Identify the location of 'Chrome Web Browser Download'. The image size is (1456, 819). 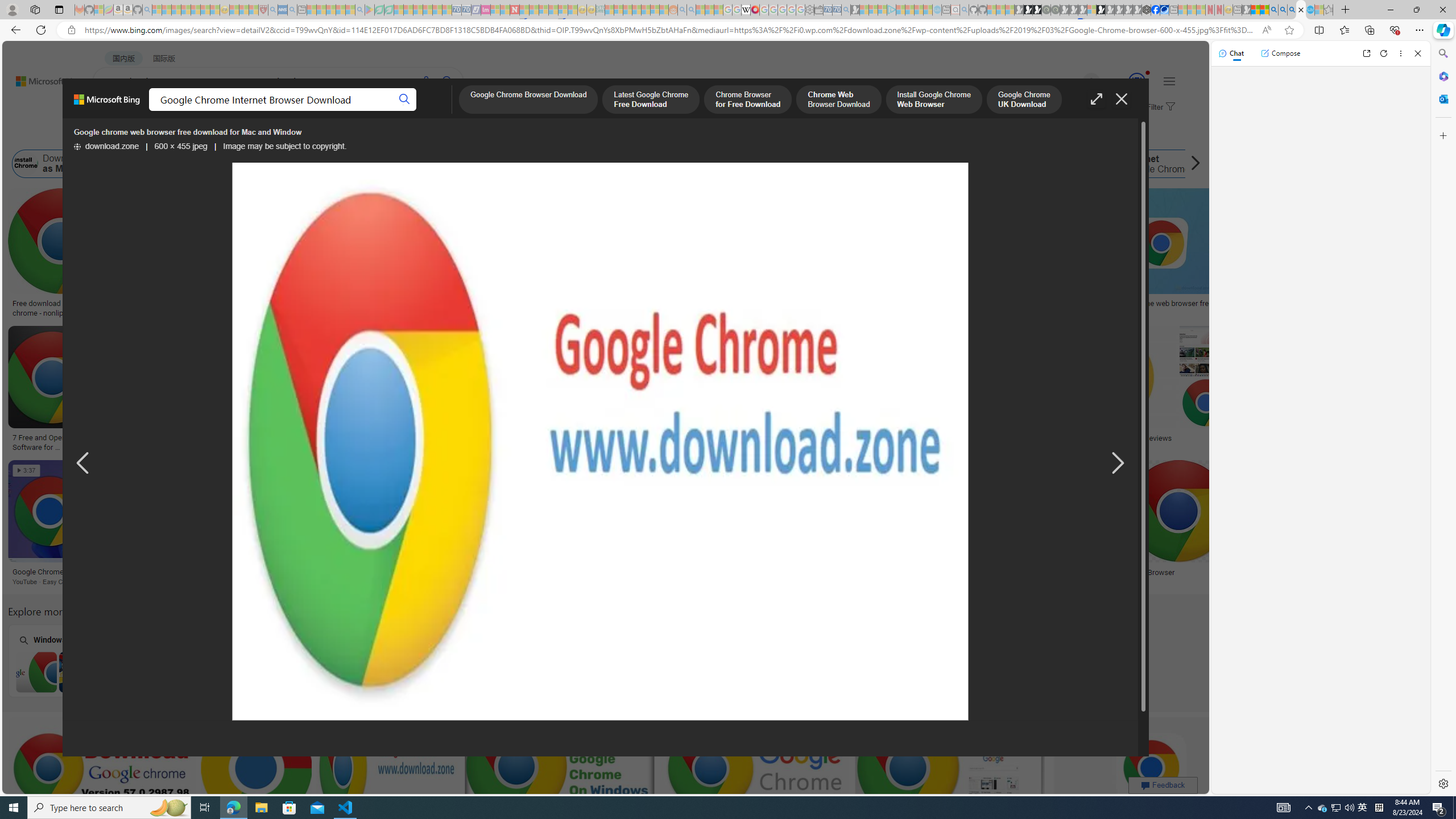
(838, 100).